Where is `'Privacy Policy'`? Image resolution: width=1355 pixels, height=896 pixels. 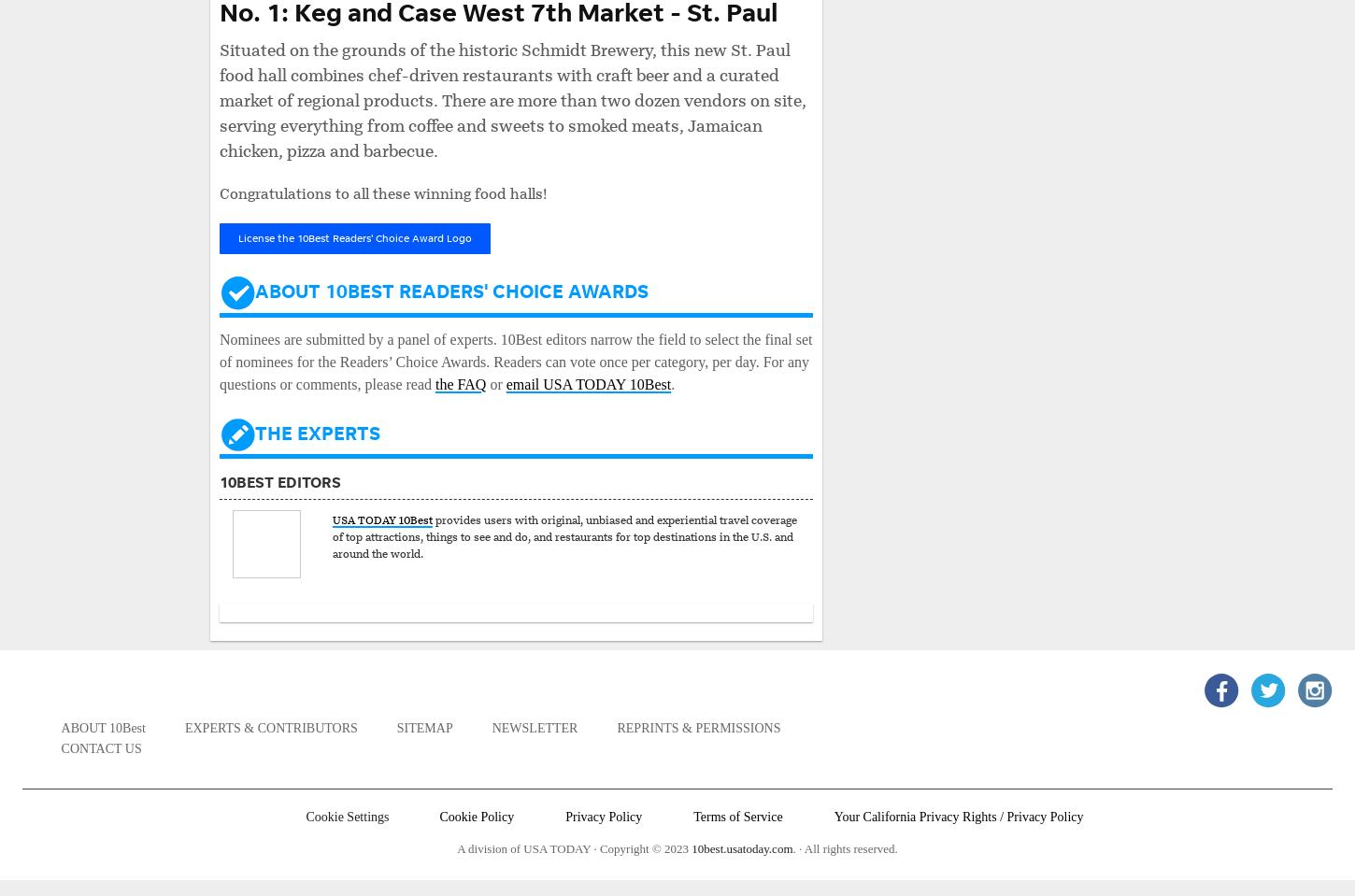 'Privacy Policy' is located at coordinates (602, 815).